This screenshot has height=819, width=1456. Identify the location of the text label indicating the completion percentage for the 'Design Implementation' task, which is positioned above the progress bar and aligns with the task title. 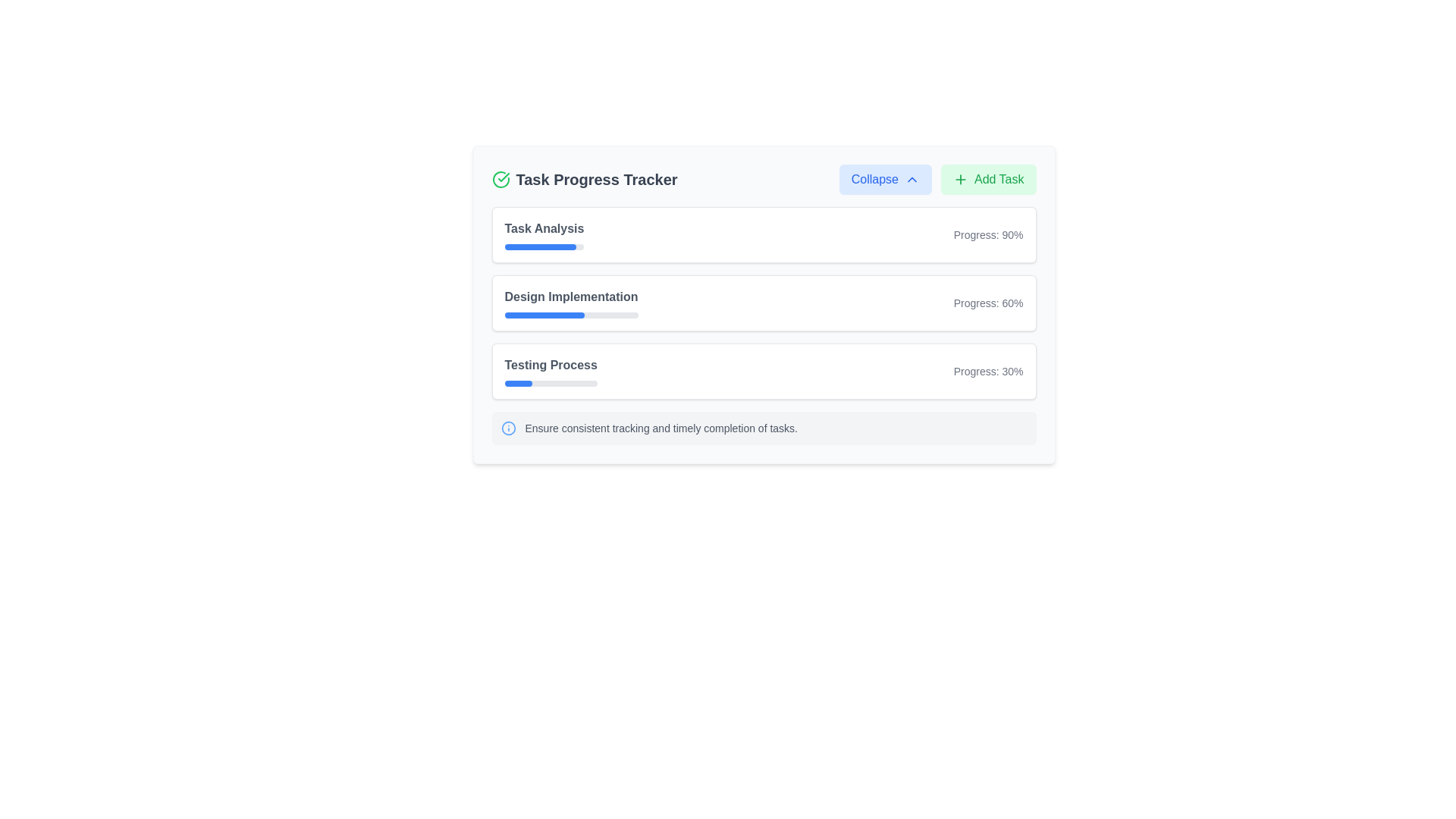
(988, 303).